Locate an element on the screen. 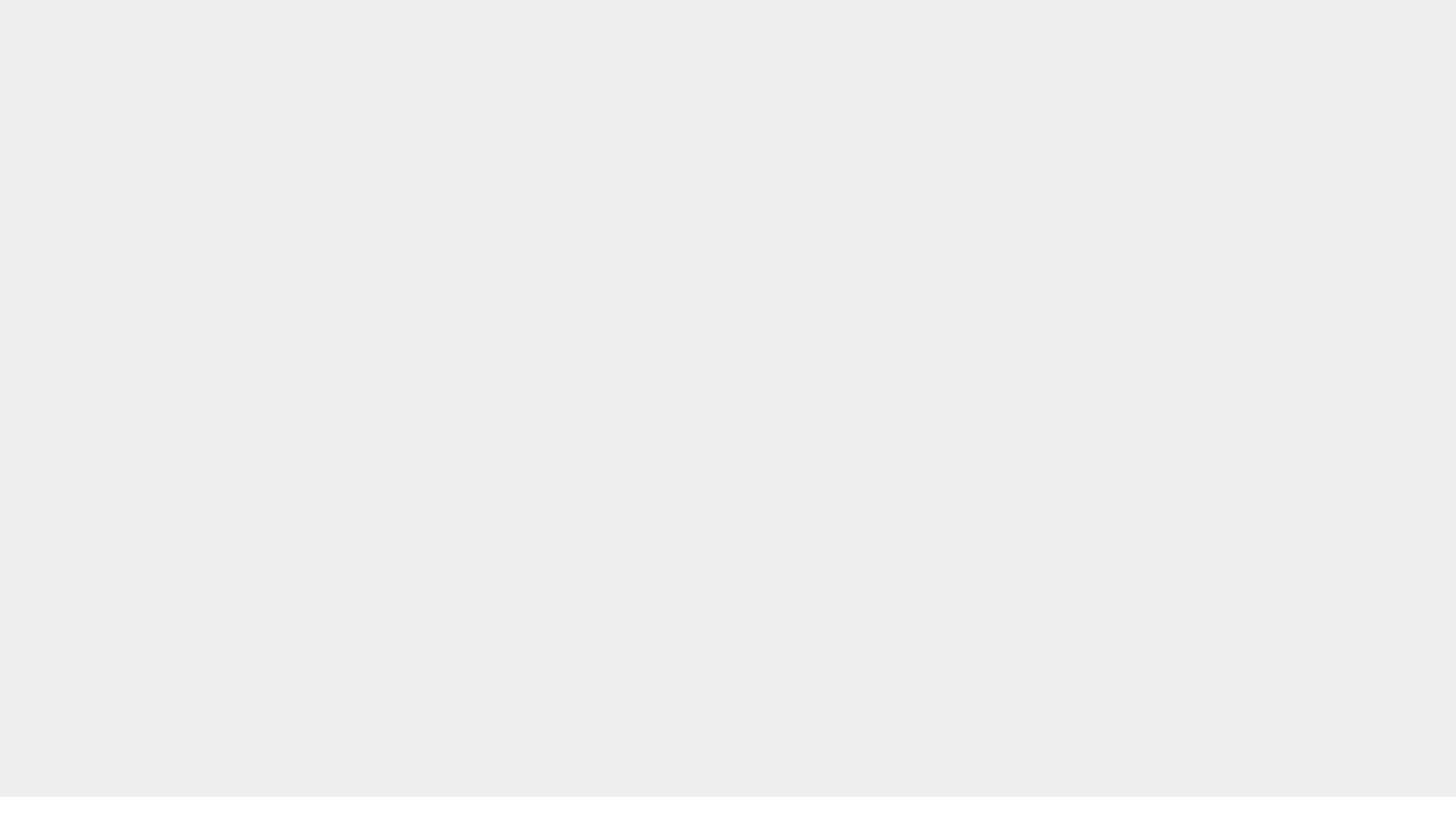 This screenshot has width=1456, height=814. 'FAQ' is located at coordinates (227, 449).